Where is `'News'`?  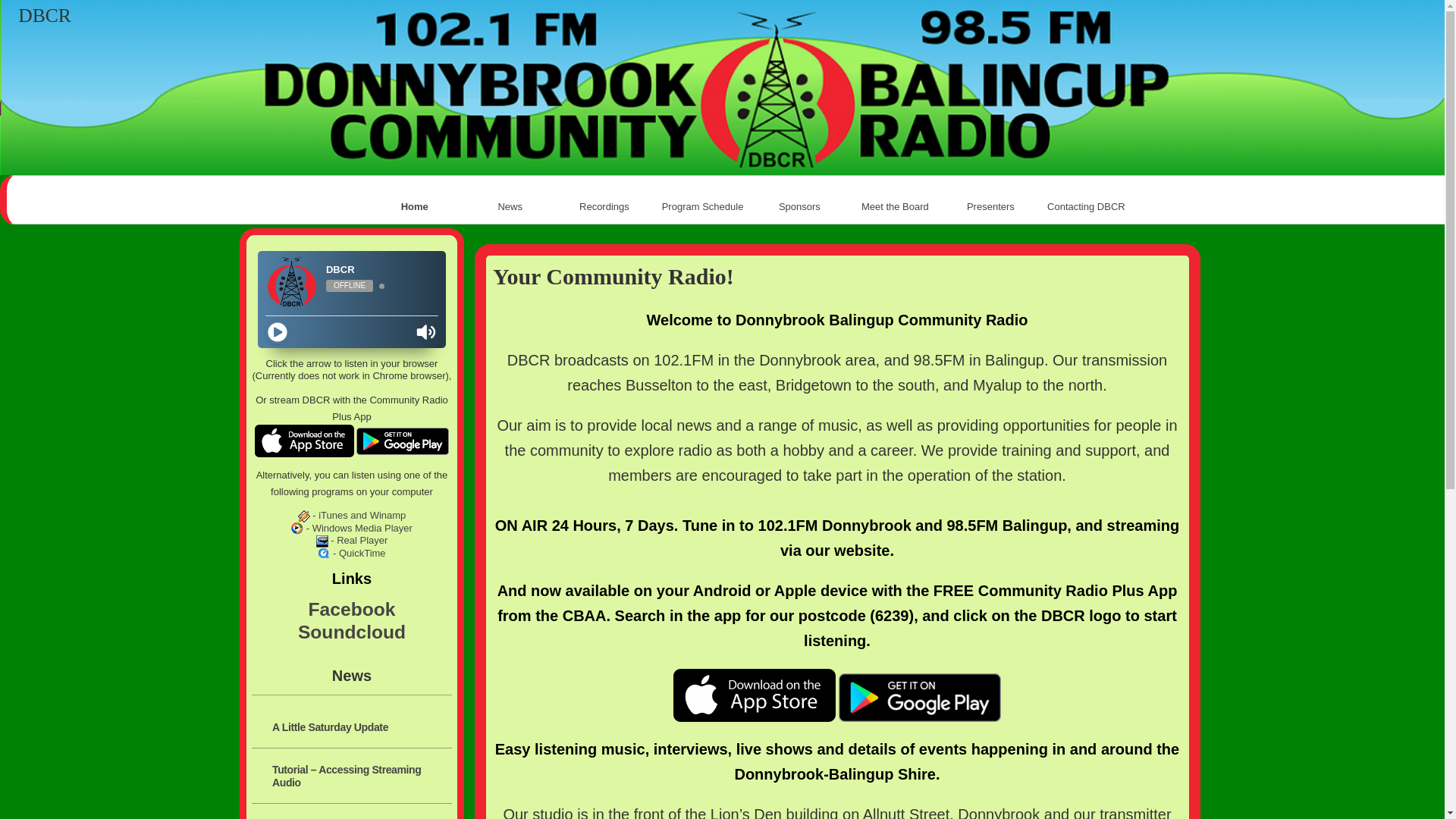
'News' is located at coordinates (510, 207).